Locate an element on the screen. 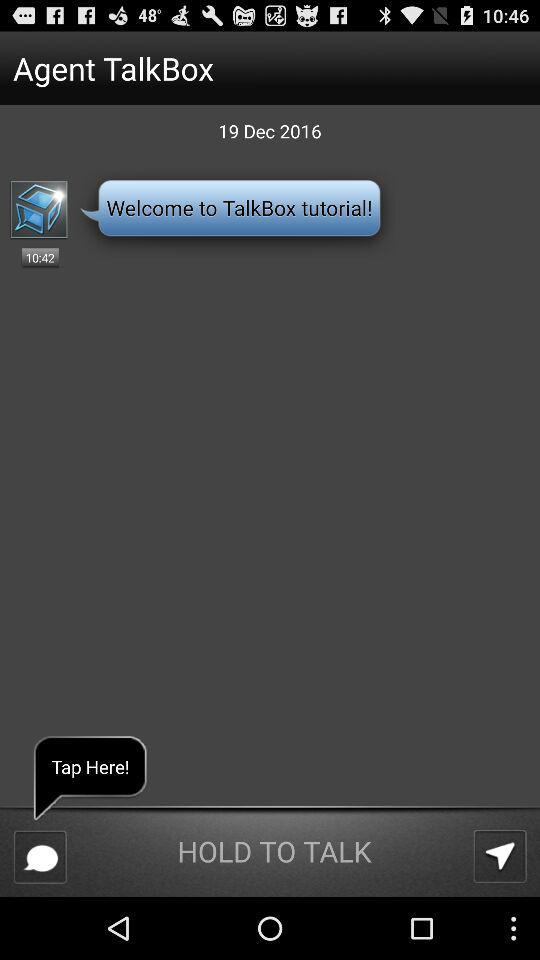 The image size is (540, 960). app to the left of hold to talk is located at coordinates (40, 856).